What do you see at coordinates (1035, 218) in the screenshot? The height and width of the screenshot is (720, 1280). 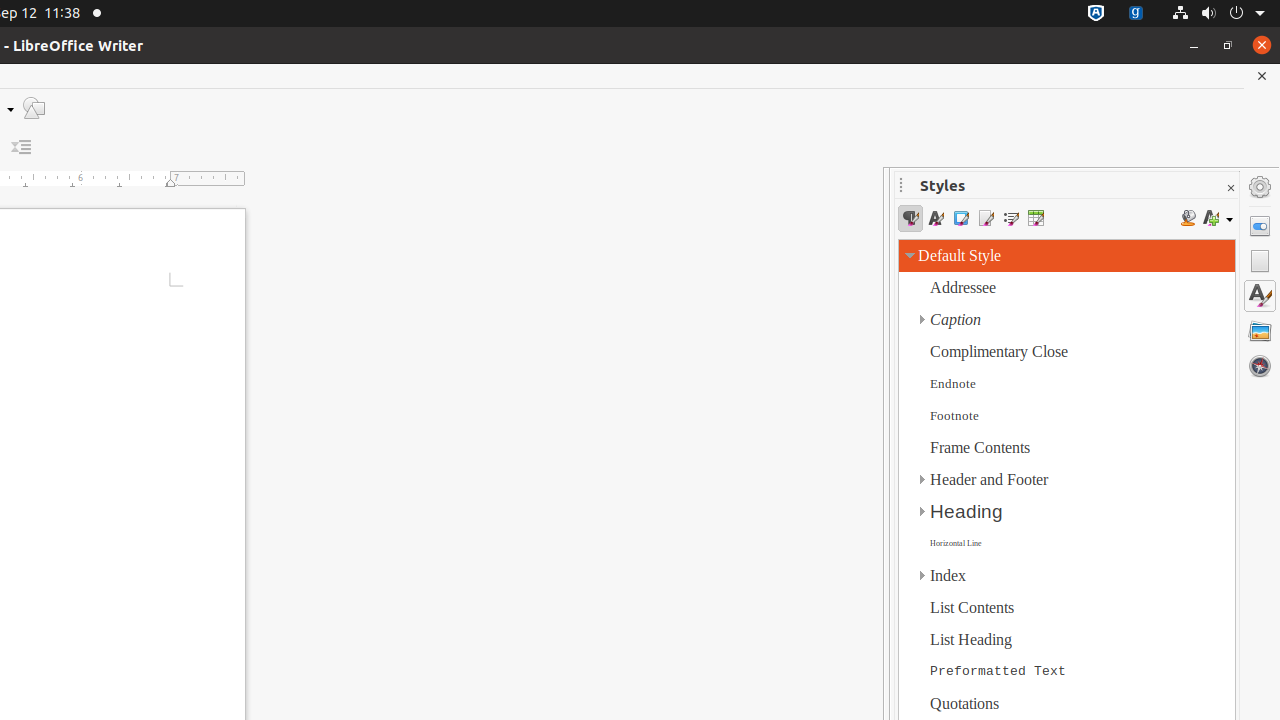 I see `'Table Styles'` at bounding box center [1035, 218].